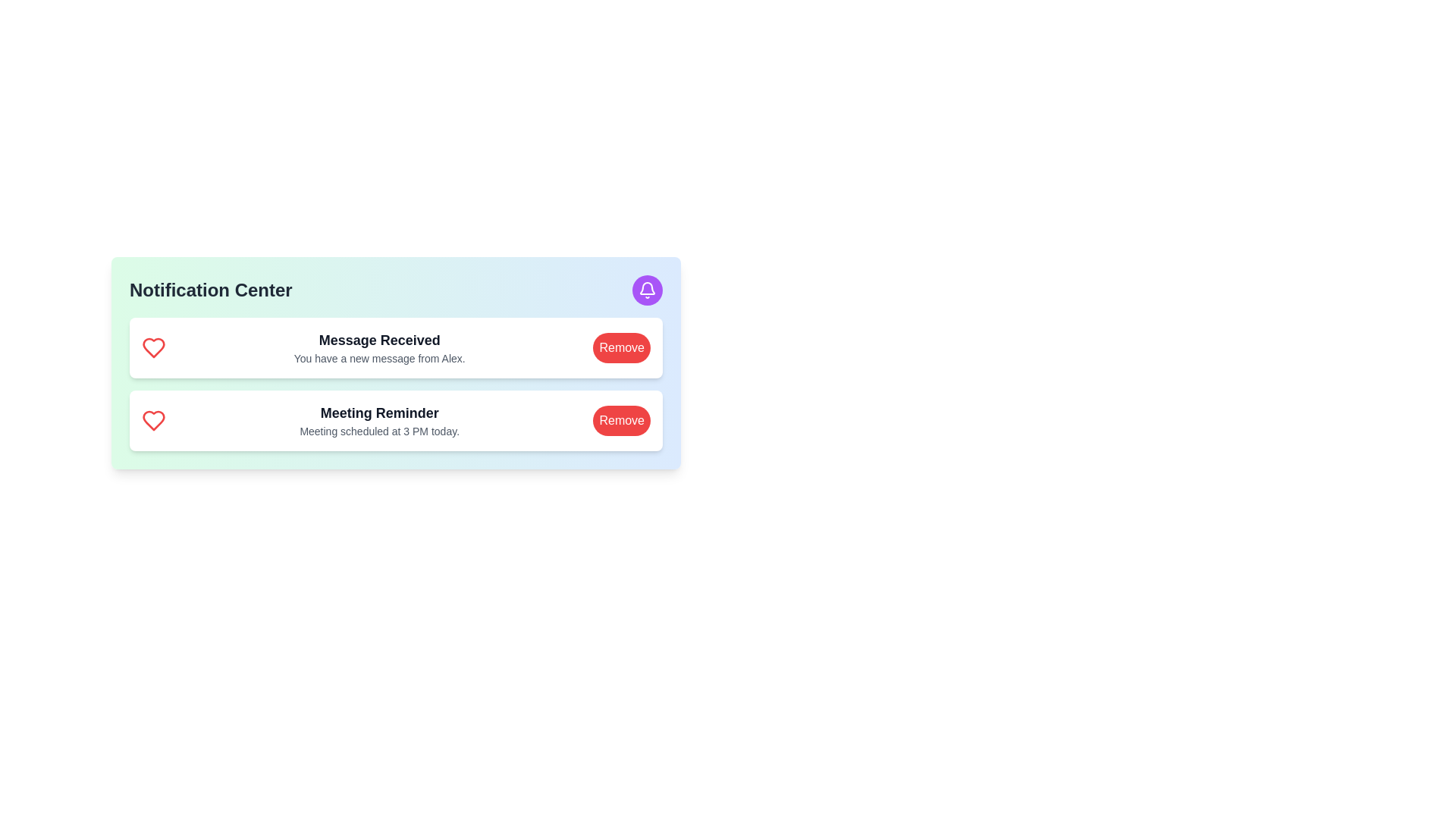 This screenshot has width=1456, height=819. Describe the element at coordinates (153, 421) in the screenshot. I see `the favorite icon located on the left side of the text 'Meeting Reminder'` at that location.